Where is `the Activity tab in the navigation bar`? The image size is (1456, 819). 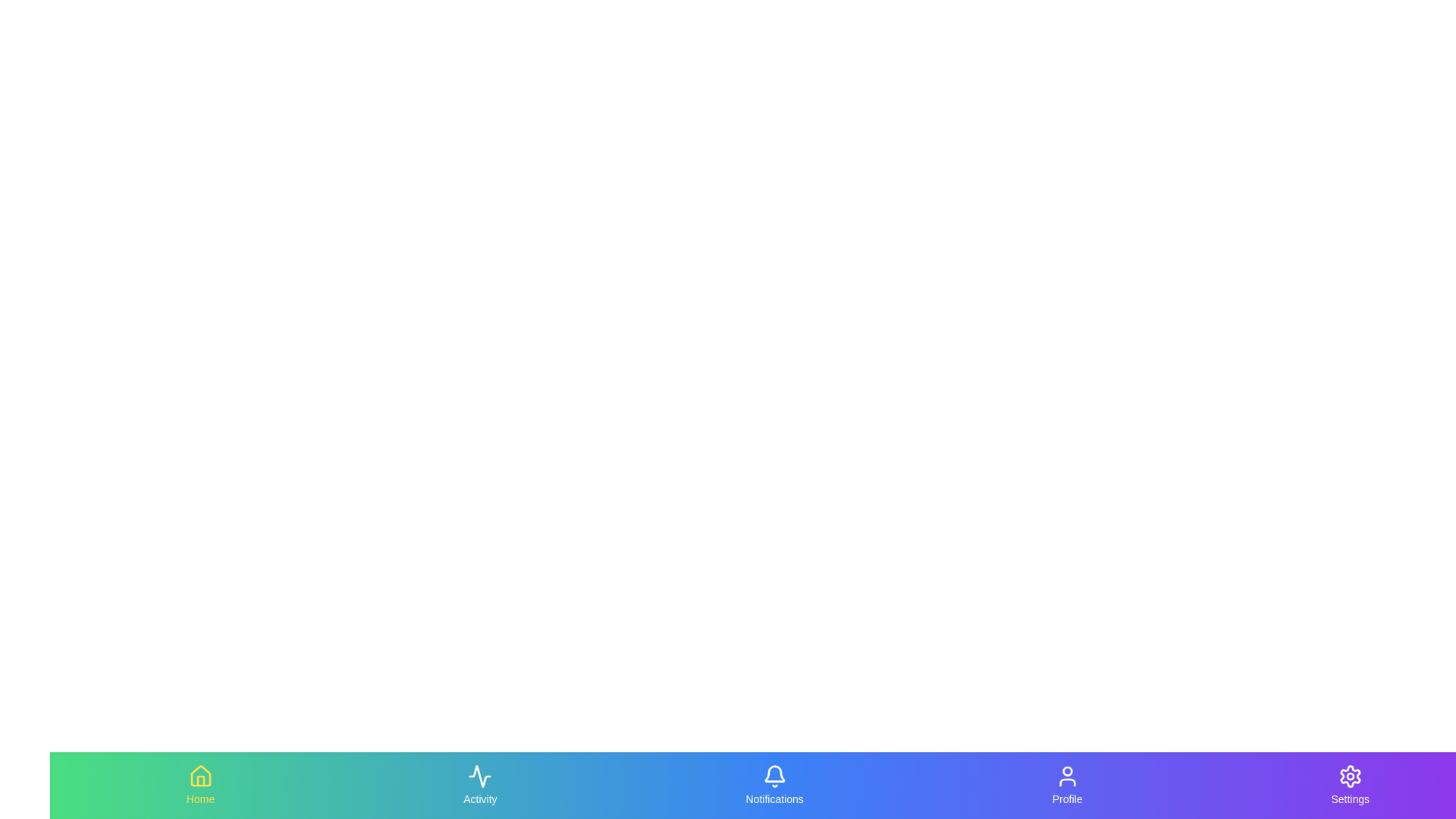
the Activity tab in the navigation bar is located at coordinates (479, 785).